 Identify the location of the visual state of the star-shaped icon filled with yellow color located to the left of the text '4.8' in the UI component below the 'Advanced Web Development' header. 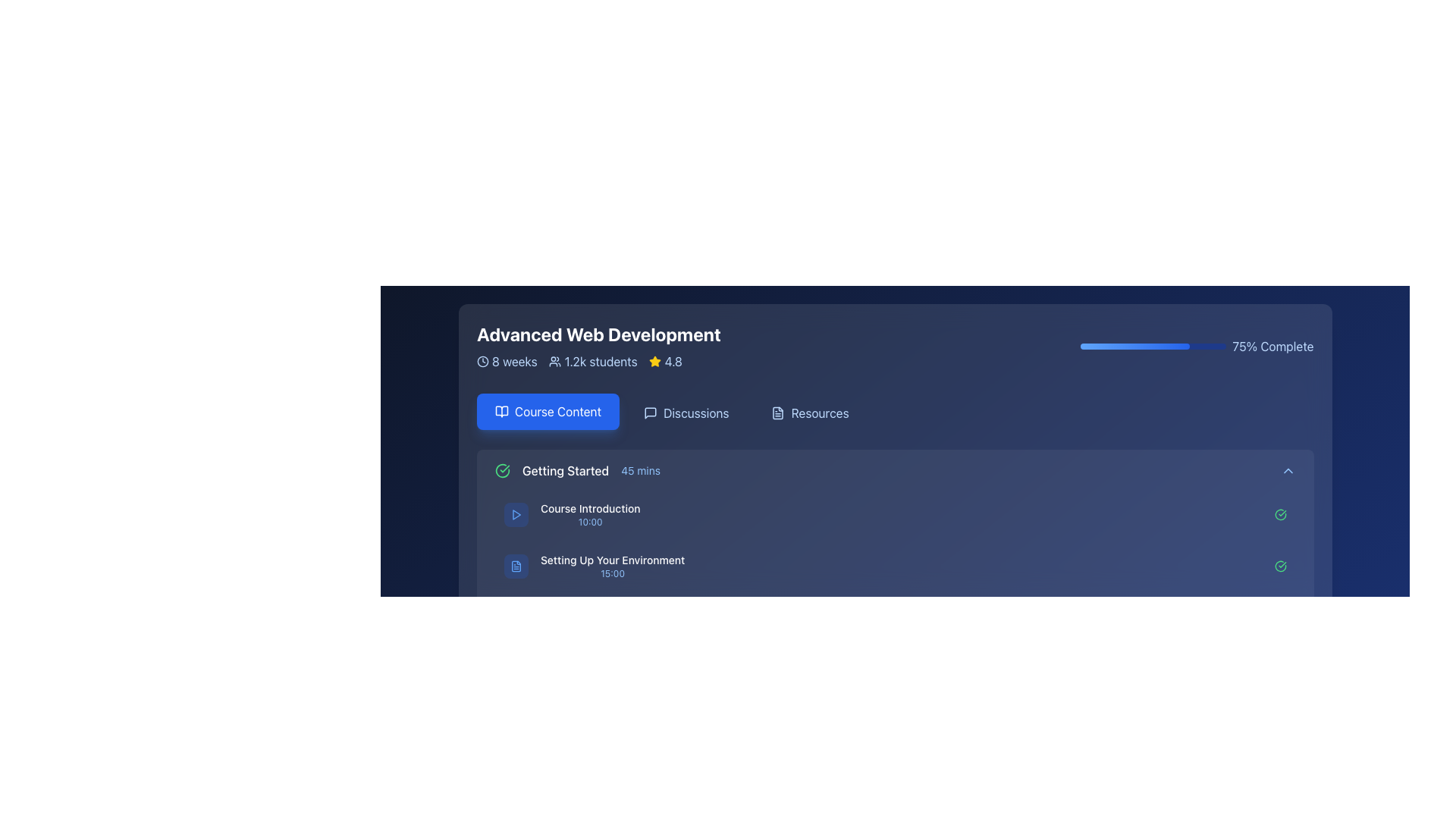
(655, 362).